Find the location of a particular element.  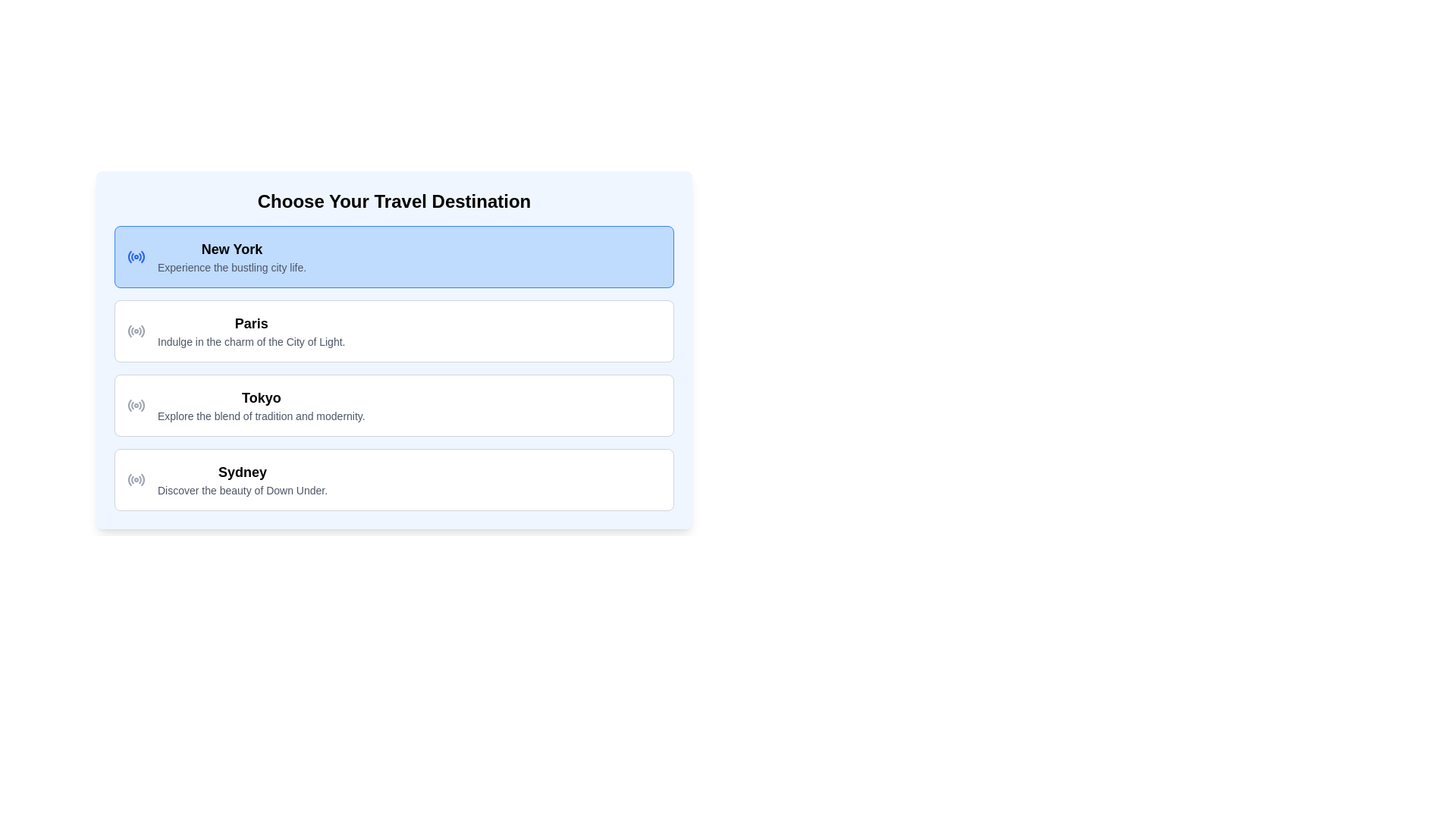

the fifth and outermost arc of the radio button graphic located to the left of the 'Tokyo' text in a list item is located at coordinates (143, 404).